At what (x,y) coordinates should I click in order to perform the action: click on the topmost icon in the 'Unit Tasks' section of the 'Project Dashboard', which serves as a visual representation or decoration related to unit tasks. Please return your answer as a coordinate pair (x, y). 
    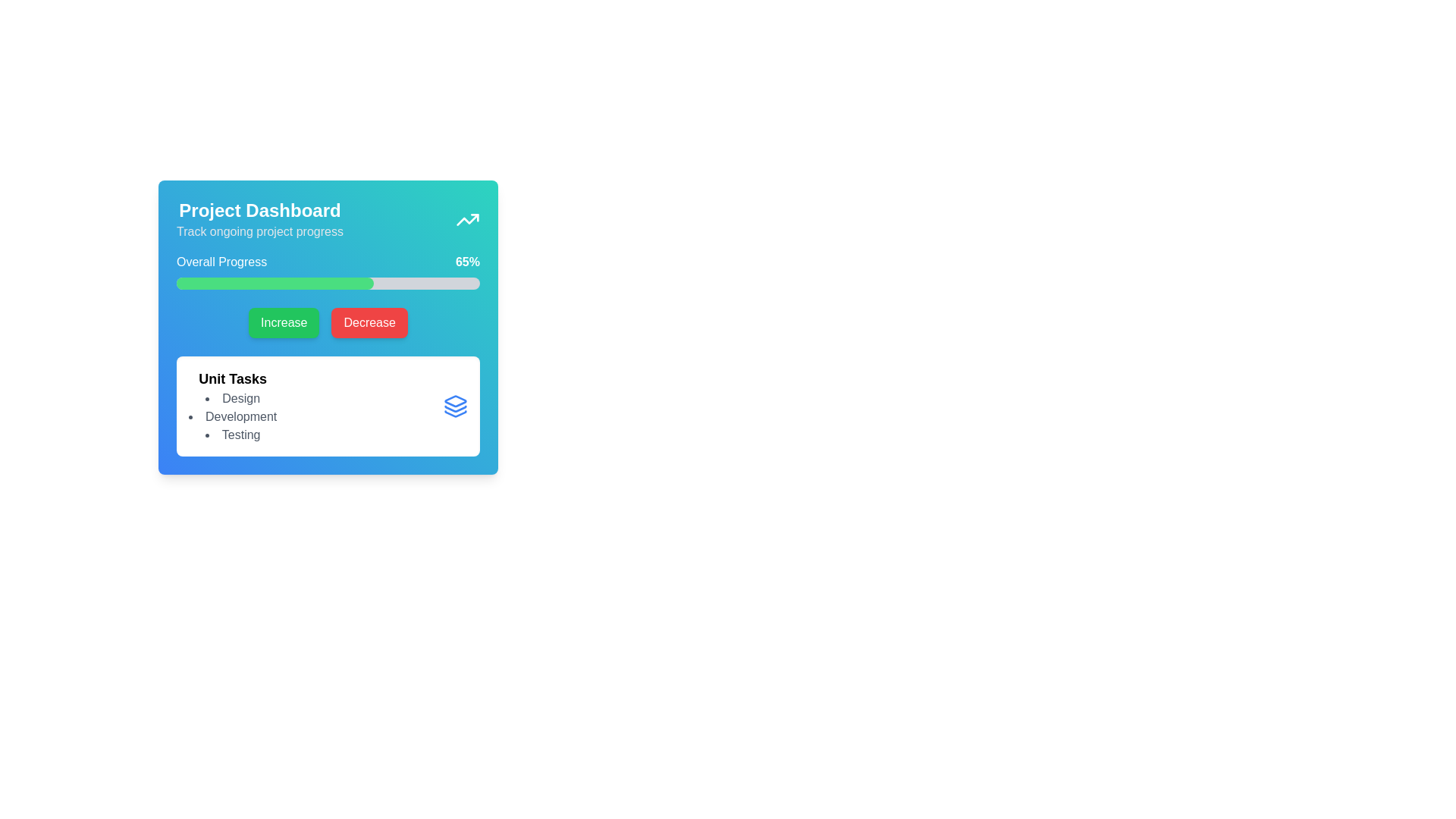
    Looking at the image, I should click on (454, 400).